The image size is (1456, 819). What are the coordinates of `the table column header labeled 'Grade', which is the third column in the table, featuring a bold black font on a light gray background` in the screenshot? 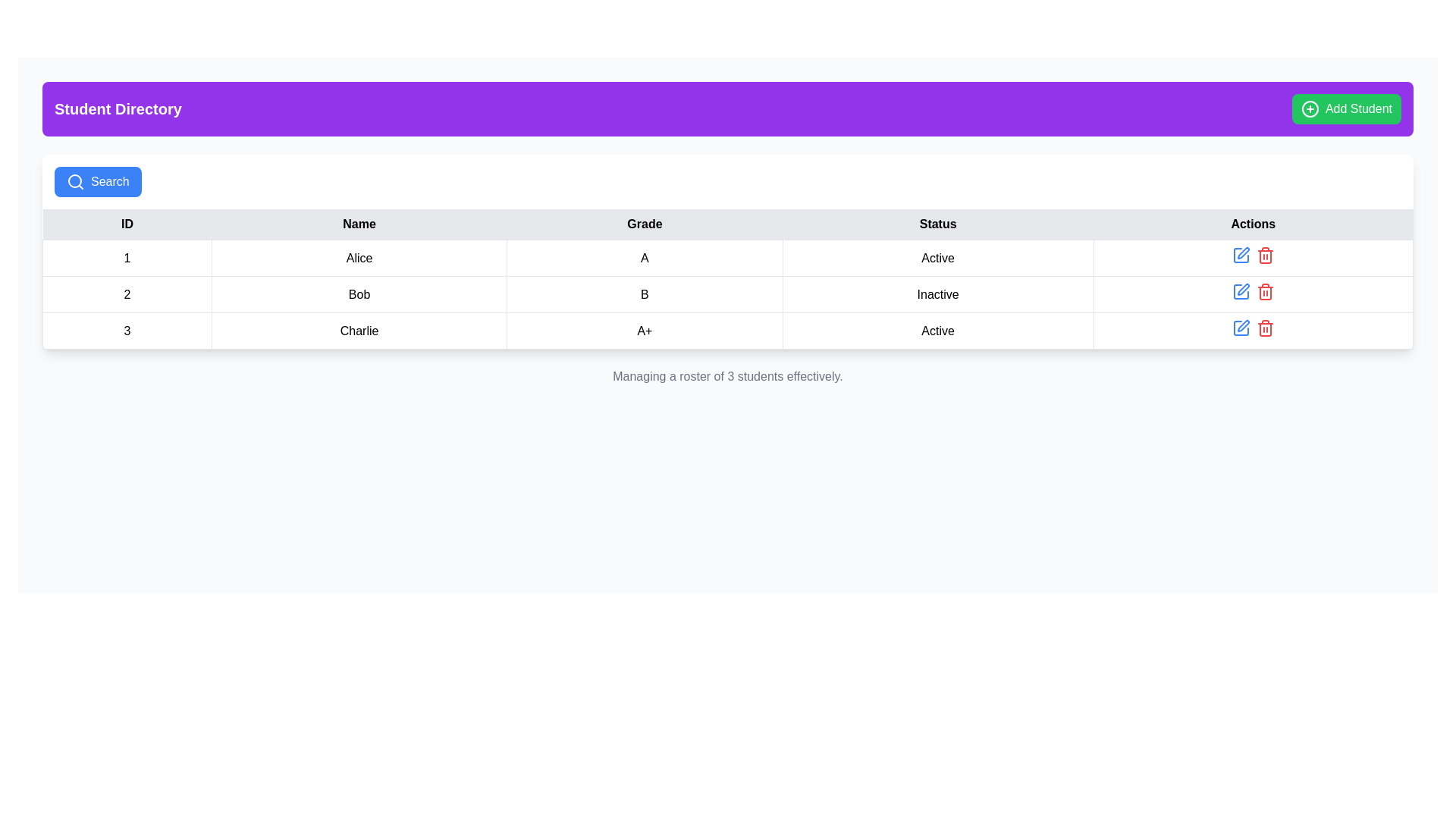 It's located at (645, 224).